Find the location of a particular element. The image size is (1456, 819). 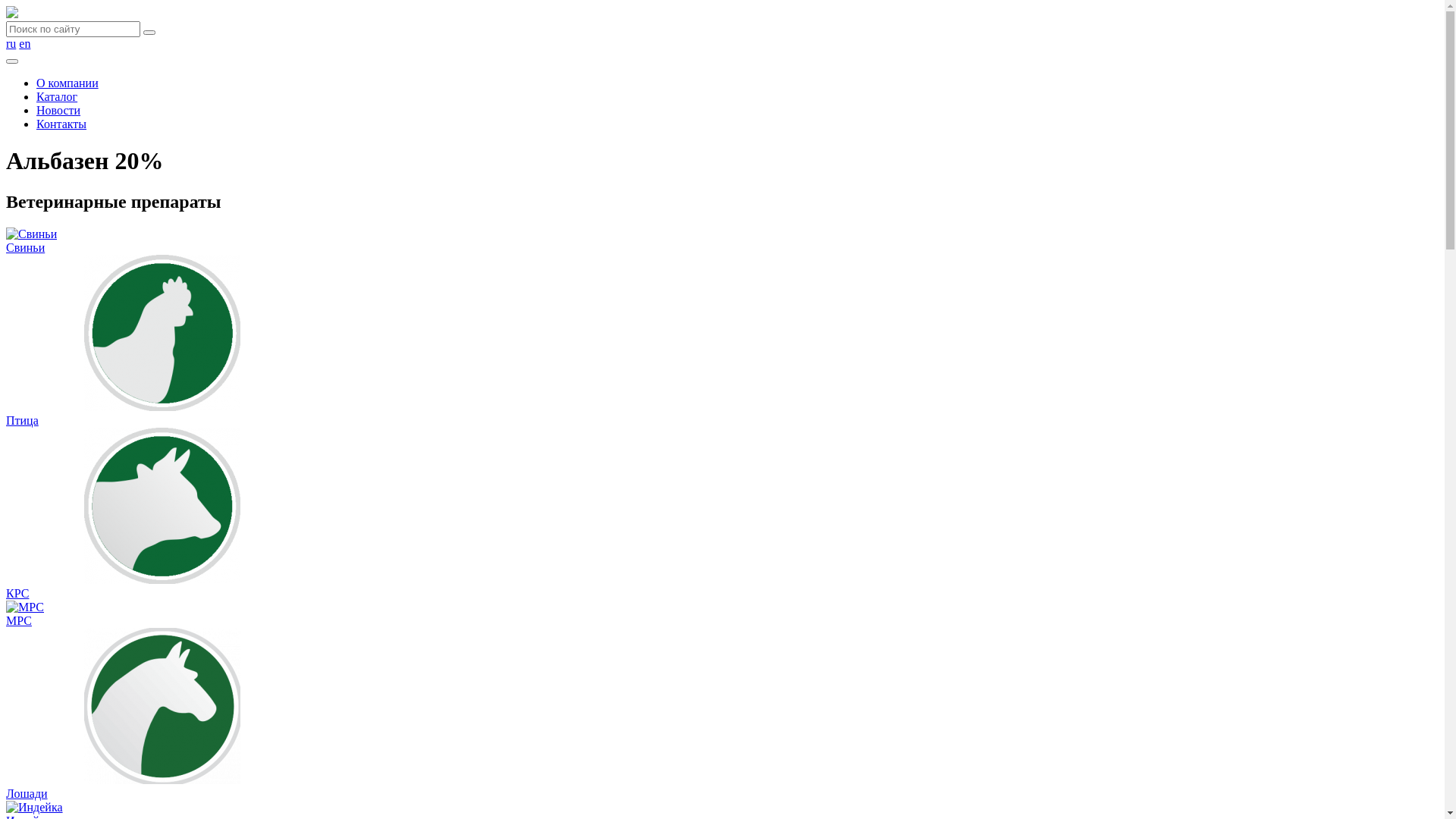

'en' is located at coordinates (24, 42).